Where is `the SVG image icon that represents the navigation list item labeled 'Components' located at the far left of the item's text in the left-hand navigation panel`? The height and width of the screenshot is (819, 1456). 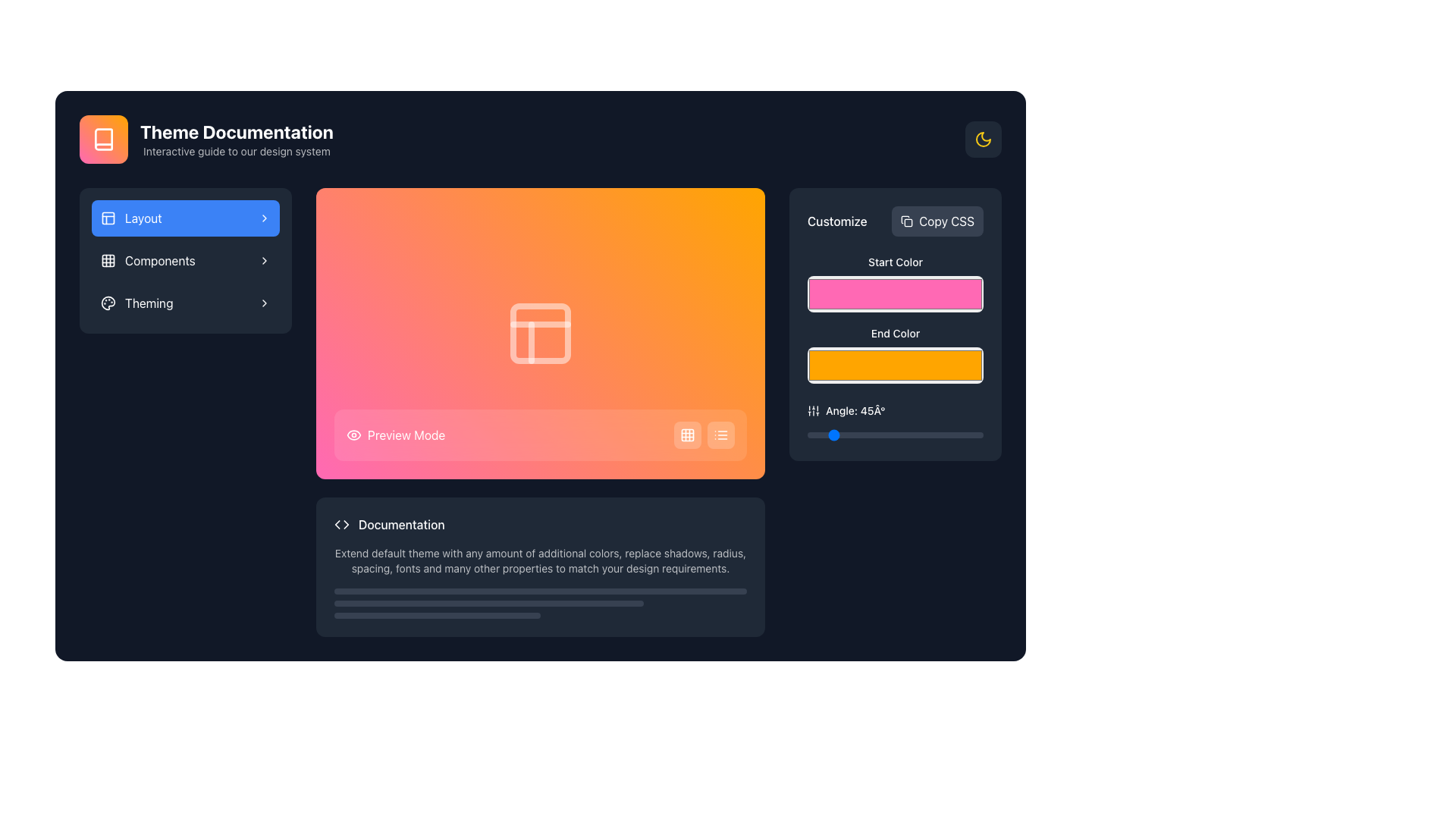
the SVG image icon that represents the navigation list item labeled 'Components' located at the far left of the item's text in the left-hand navigation panel is located at coordinates (108, 259).